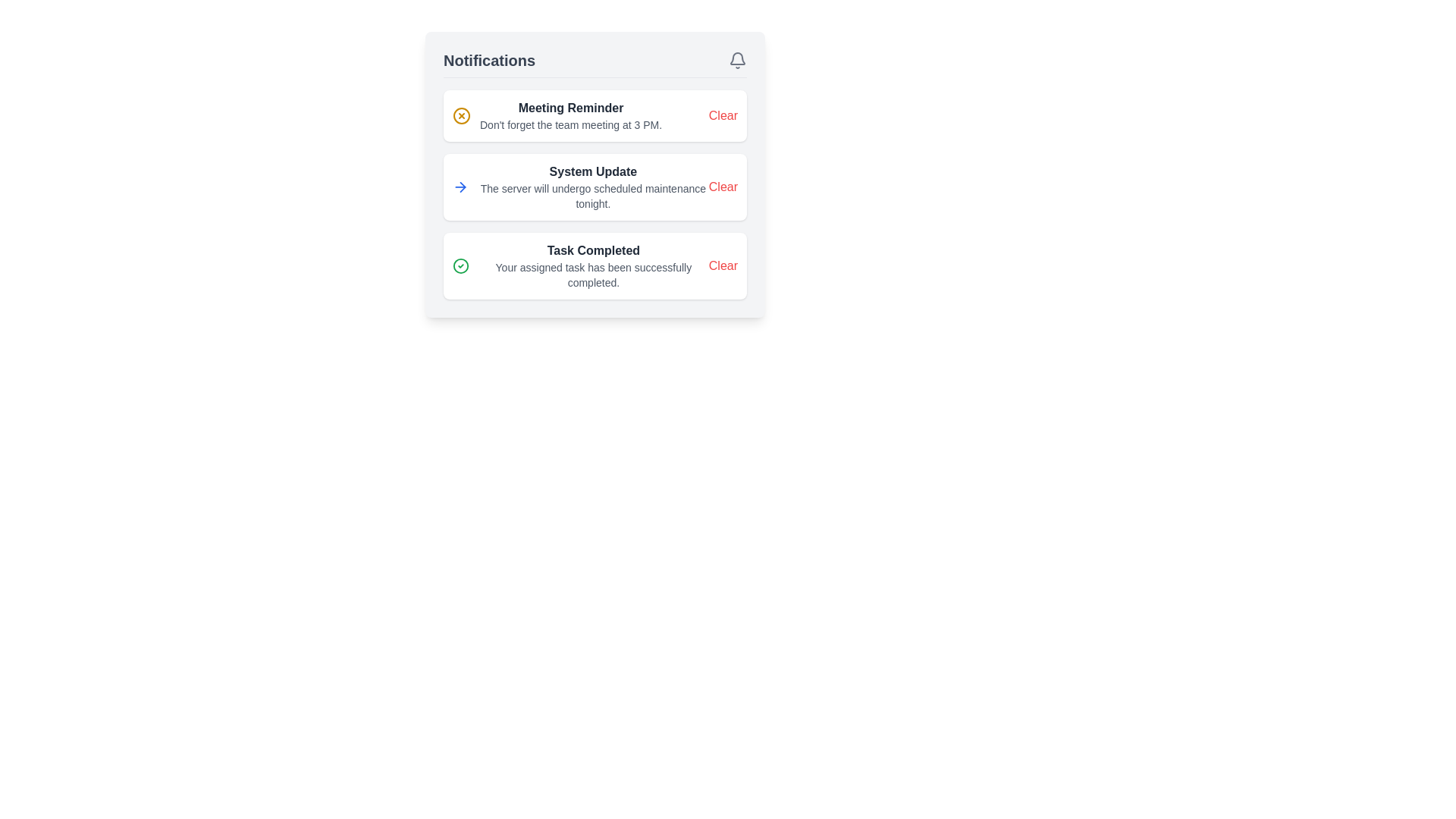 This screenshot has height=819, width=1456. I want to click on the circular icon that serves as a visual indicator for the meeting reminder, located at the leftmost side of the 'Meeting Reminder' notification entry, so click(461, 115).